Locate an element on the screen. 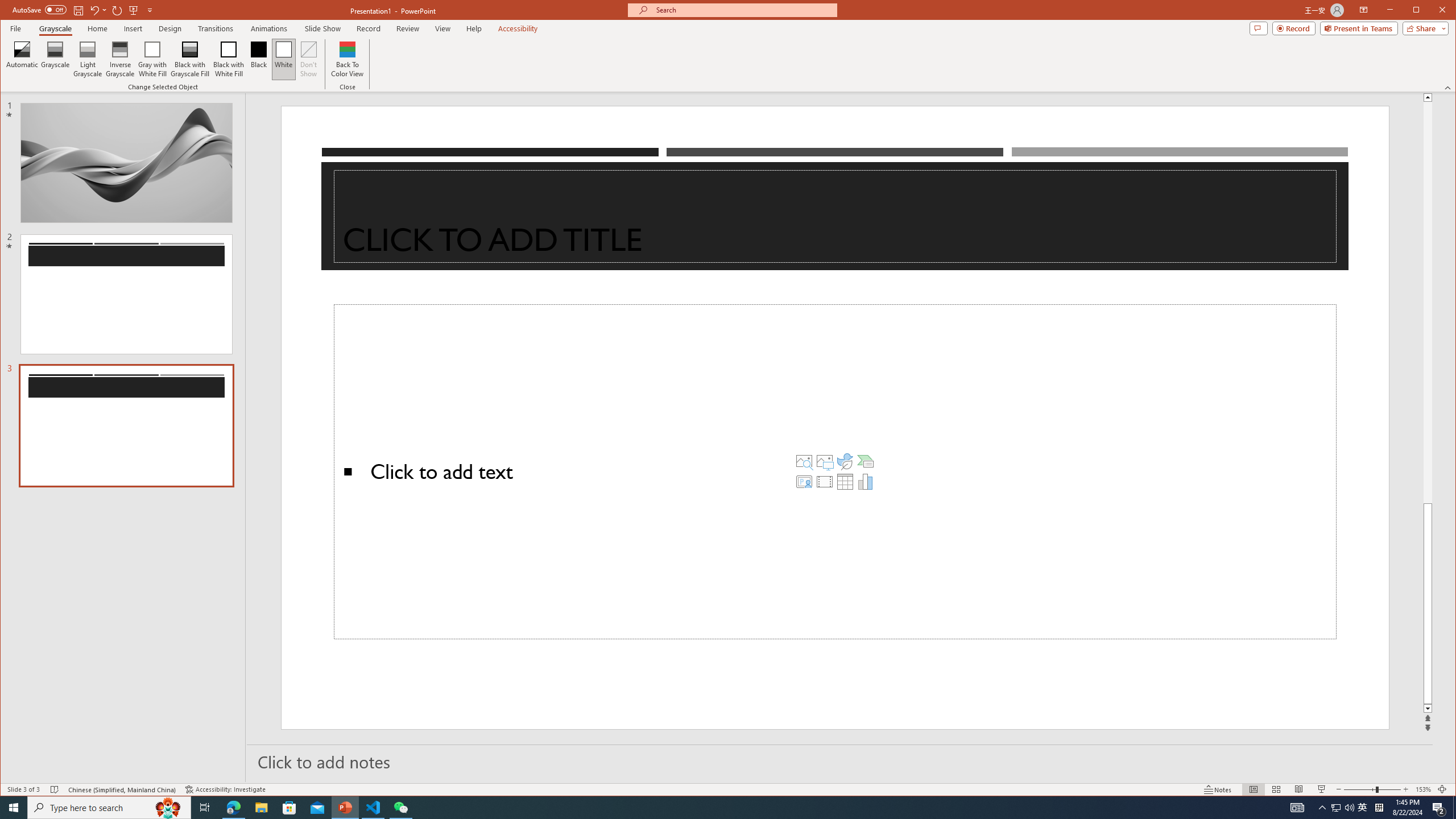  'Stock Images' is located at coordinates (804, 460).